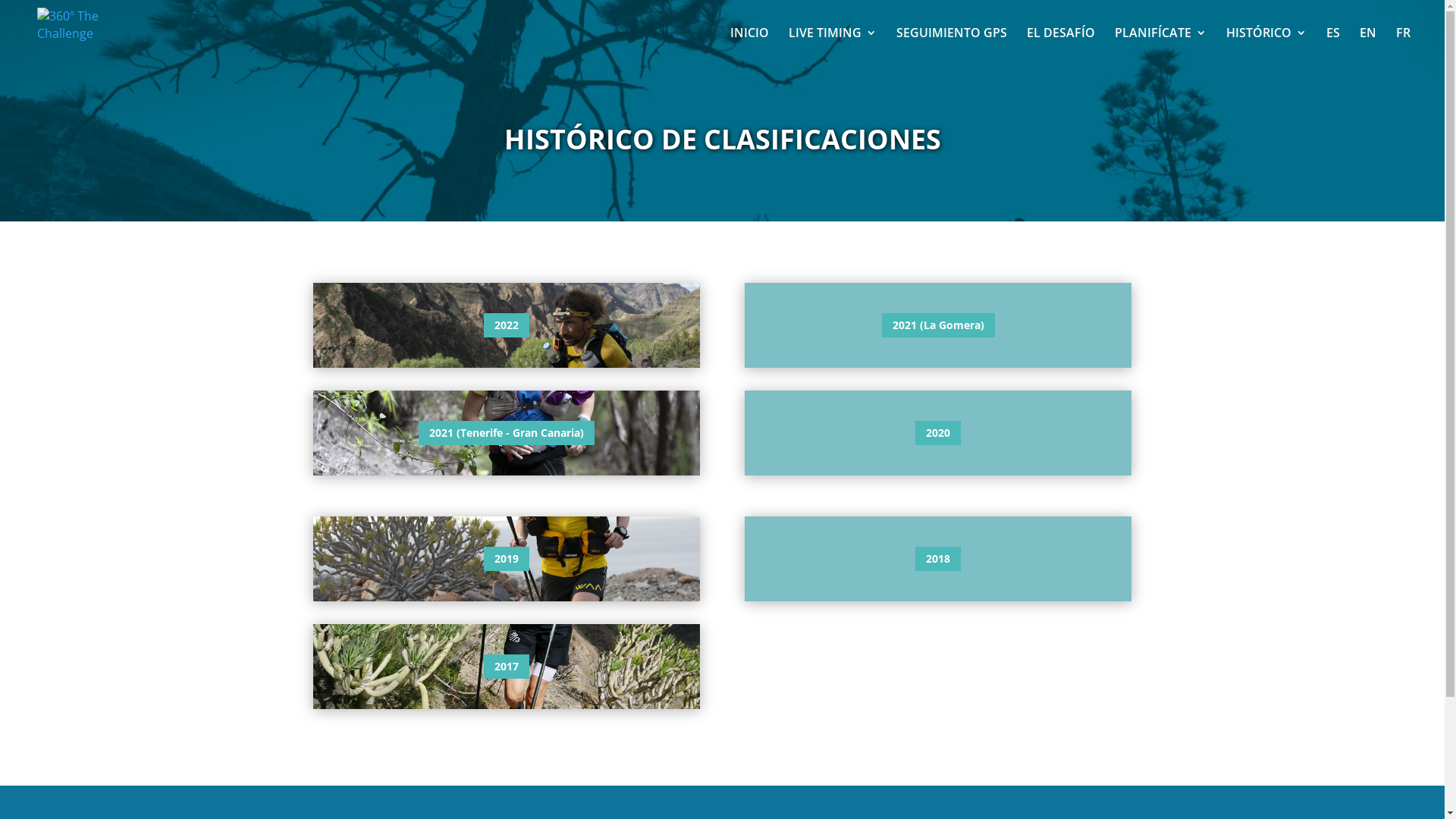 This screenshot has width=1456, height=819. Describe the element at coordinates (506, 432) in the screenshot. I see `'2021 (Tenerife - Gran Canaria)'` at that location.